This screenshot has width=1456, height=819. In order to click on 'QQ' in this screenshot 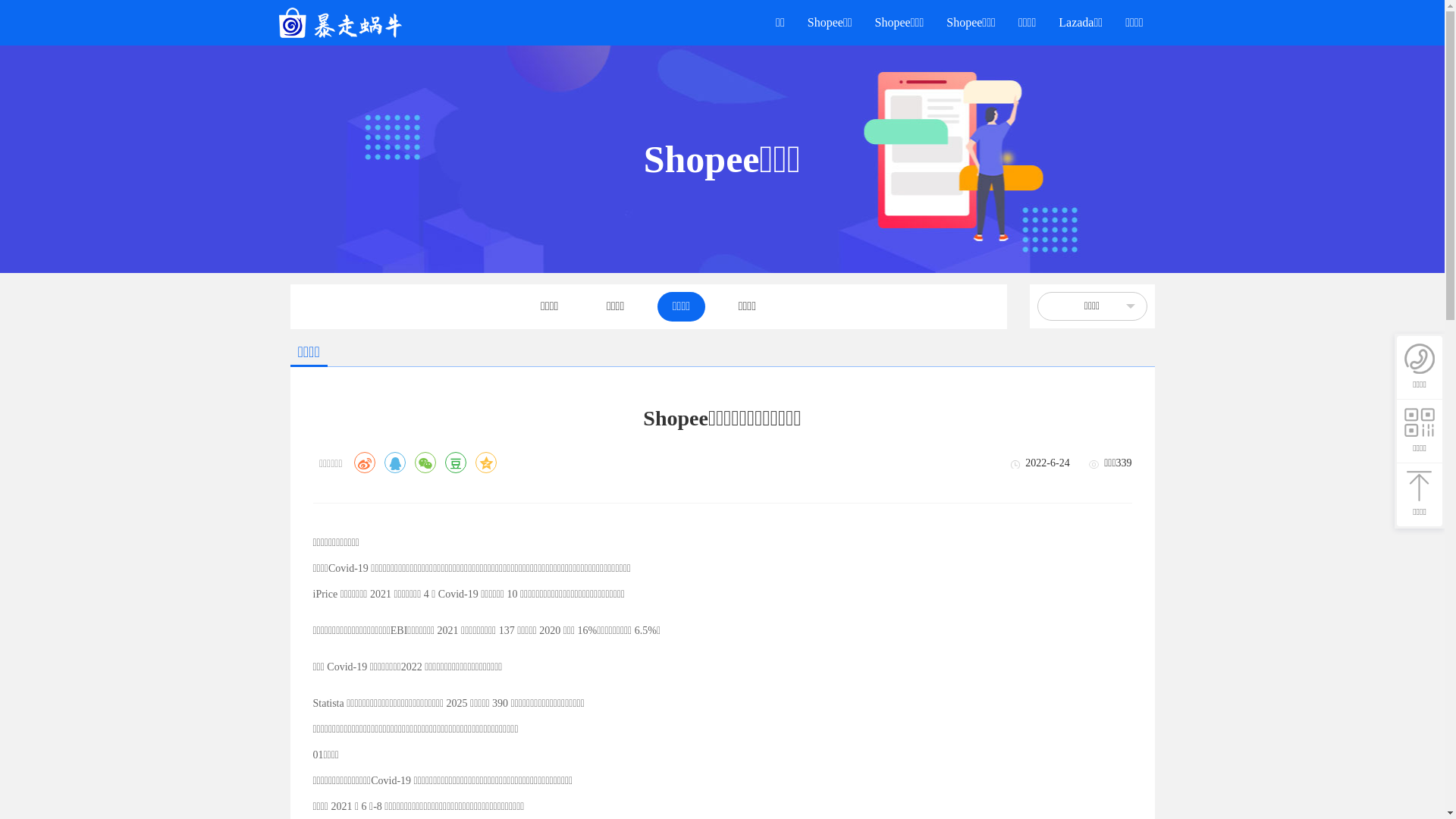, I will do `click(395, 461)`.